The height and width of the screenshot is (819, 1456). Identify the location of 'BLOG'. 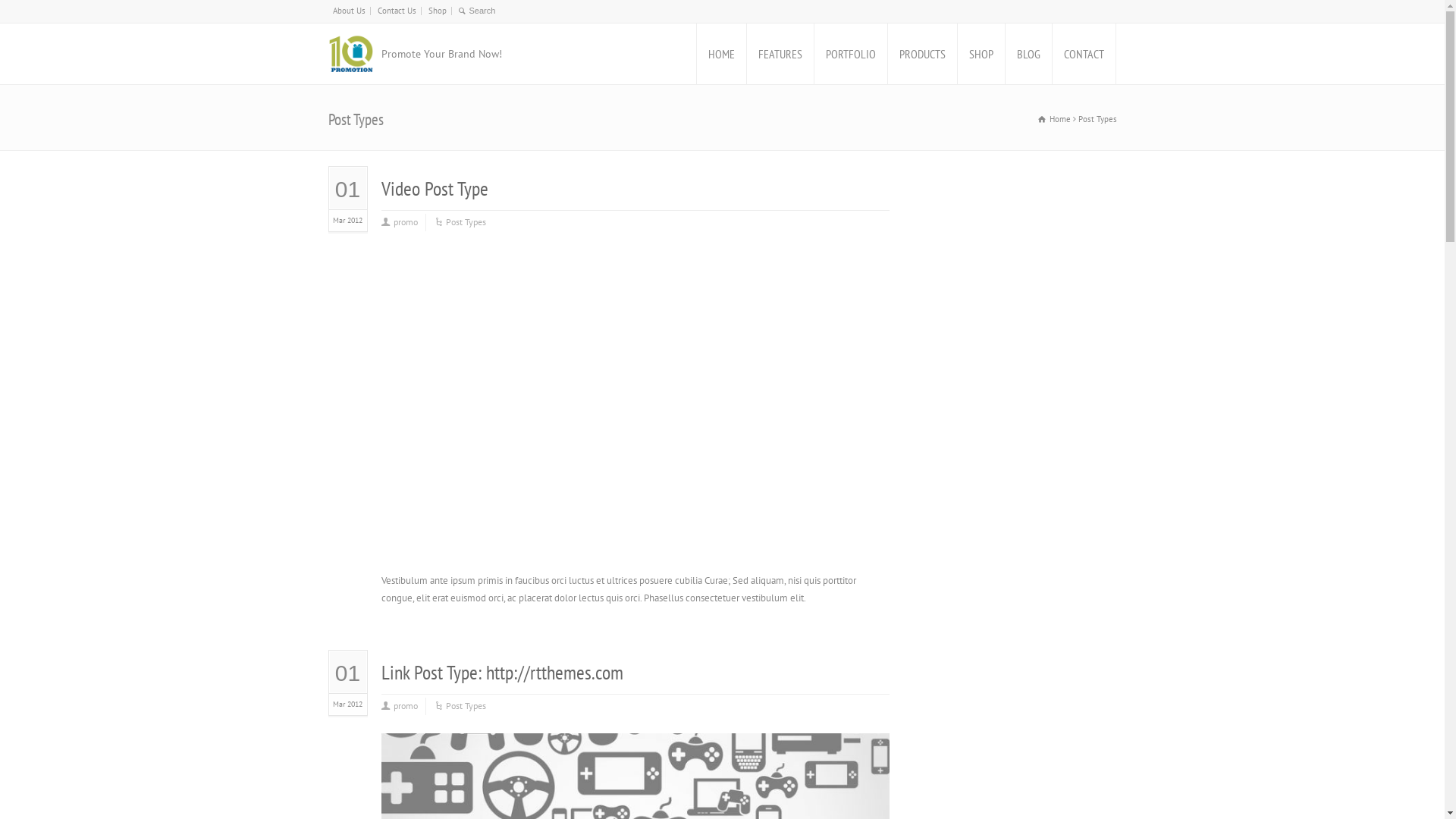
(1028, 52).